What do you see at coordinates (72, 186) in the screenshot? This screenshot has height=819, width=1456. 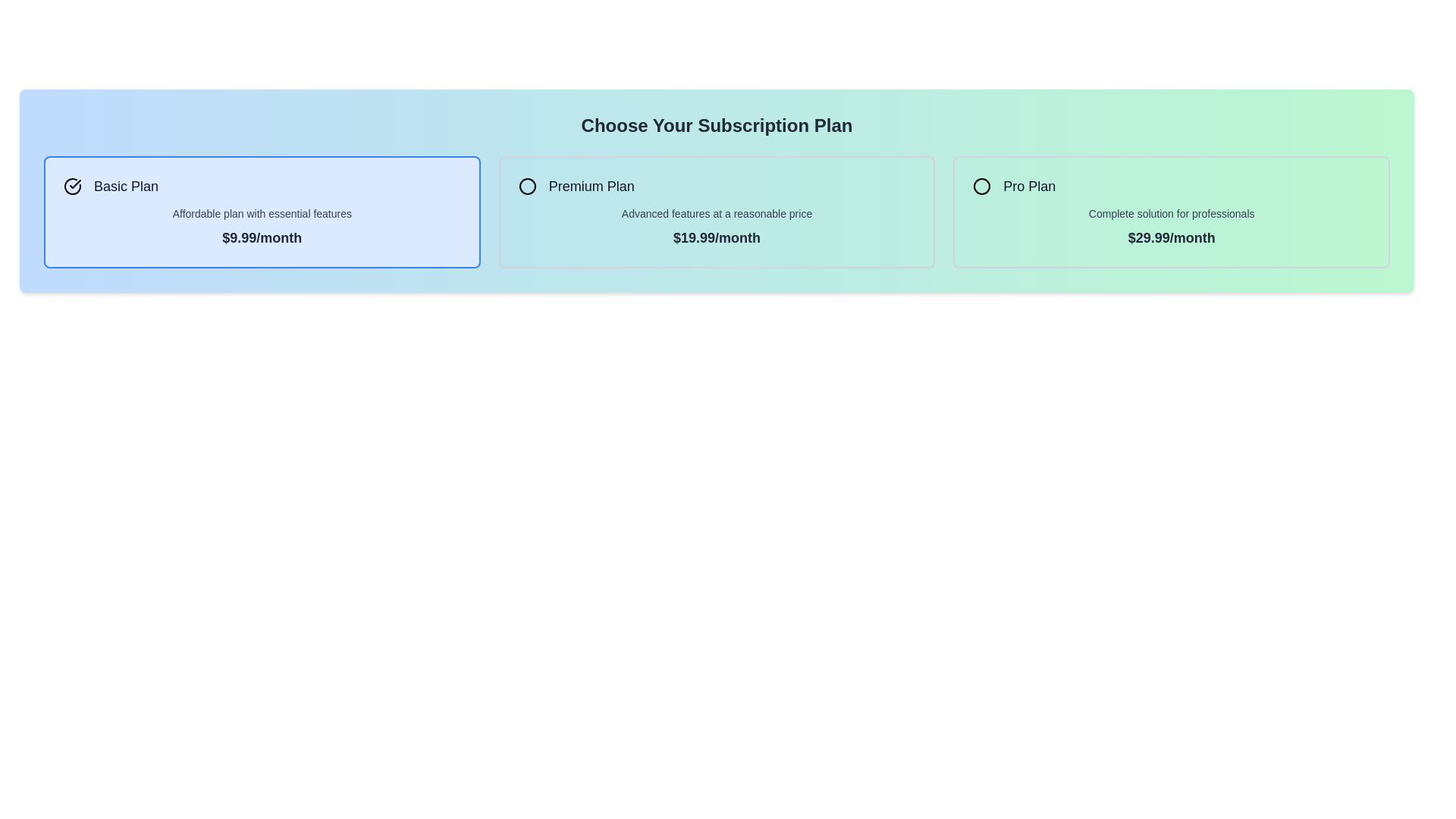 I see `the Checkmark Icon associated with the 'Basic Plan' selection, located to the left of the 'Basic Plan' text` at bounding box center [72, 186].